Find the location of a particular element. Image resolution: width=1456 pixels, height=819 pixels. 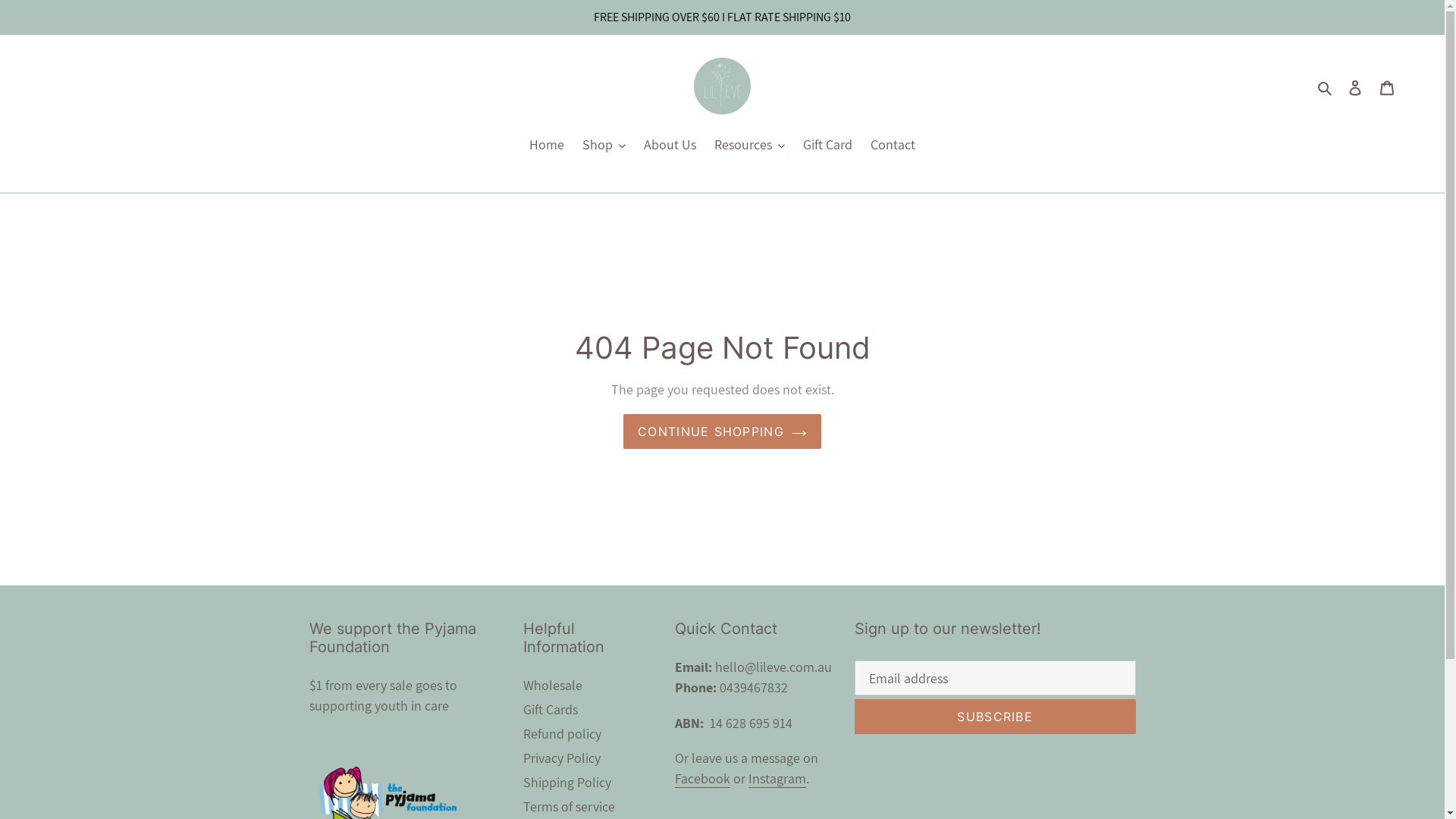

'Cart' is located at coordinates (1371, 86).